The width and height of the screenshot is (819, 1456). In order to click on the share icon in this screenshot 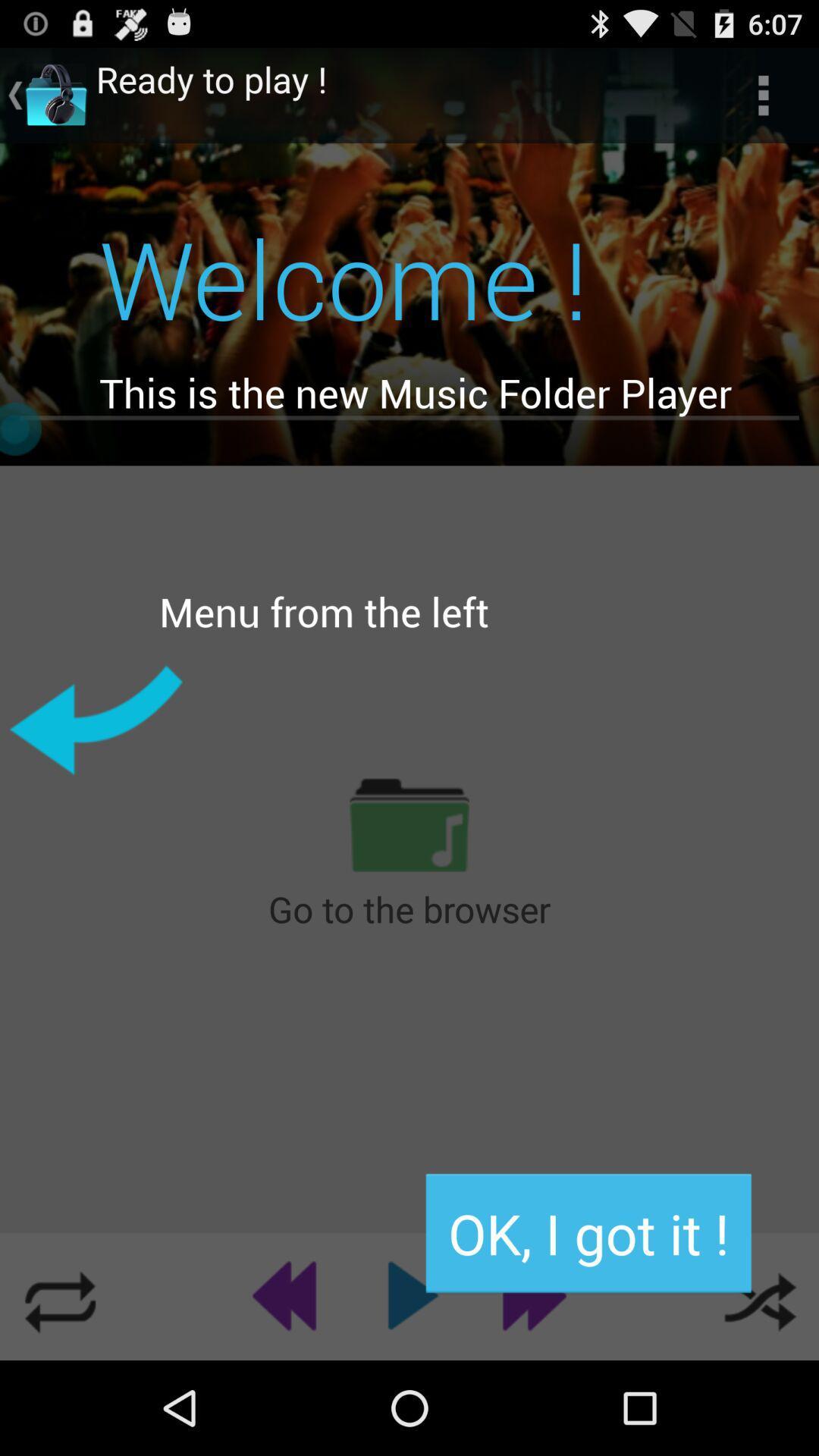, I will do `click(759, 1388)`.